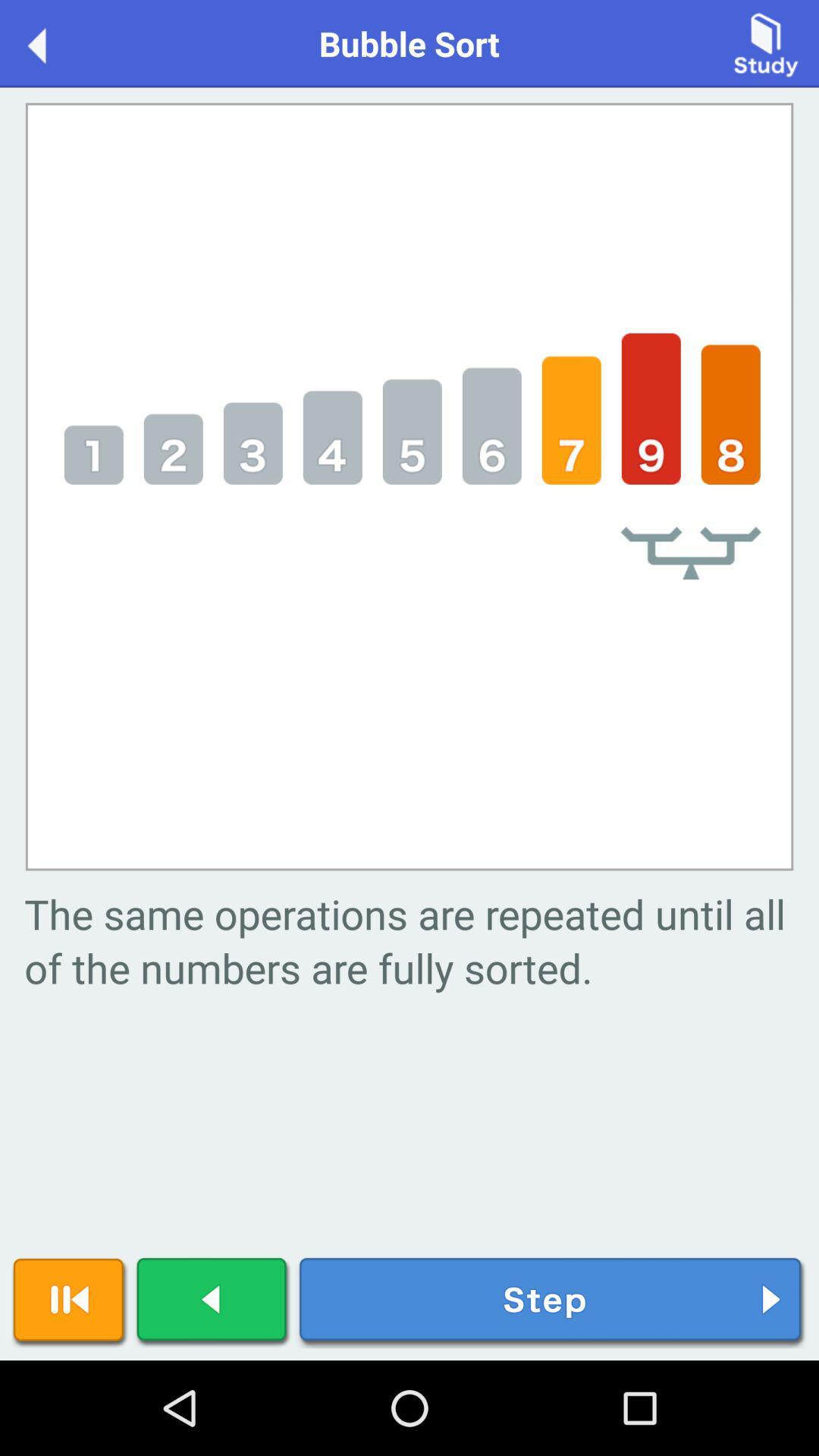  What do you see at coordinates (52, 42) in the screenshot?
I see `icon to the left of the bubble sort` at bounding box center [52, 42].